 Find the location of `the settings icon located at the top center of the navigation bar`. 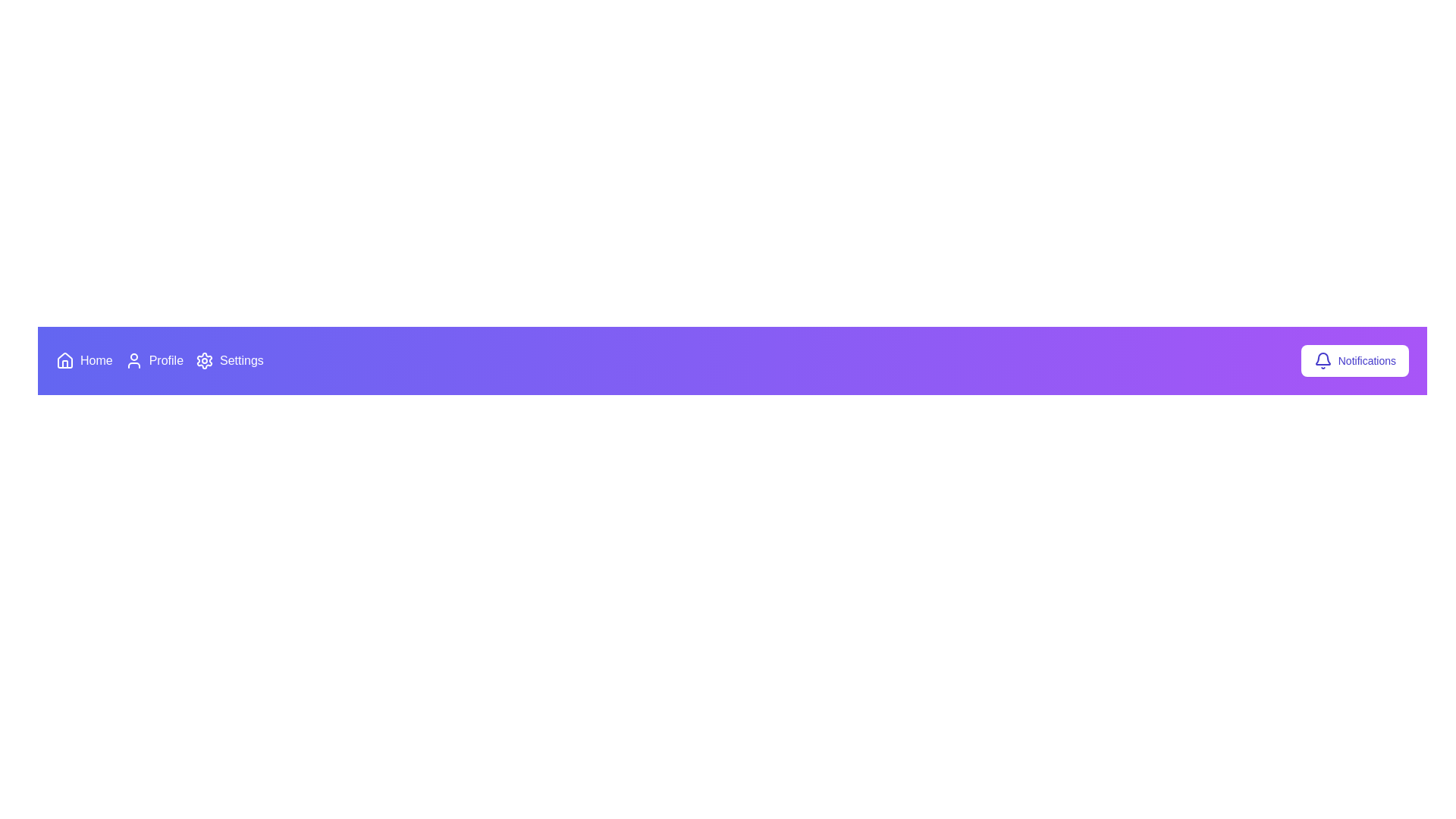

the settings icon located at the top center of the navigation bar is located at coordinates (204, 360).